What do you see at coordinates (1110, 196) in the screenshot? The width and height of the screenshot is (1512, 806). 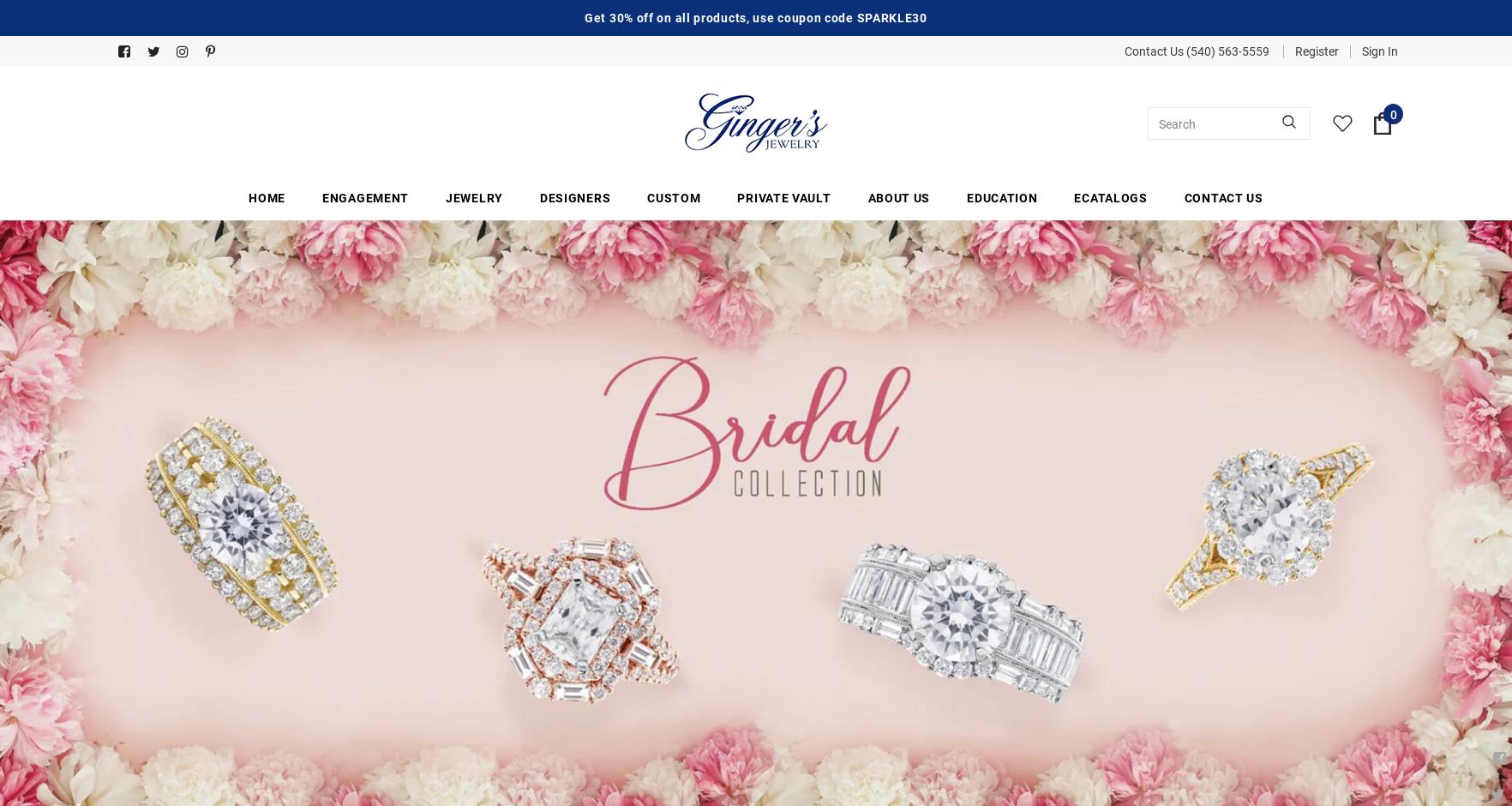 I see `'Ecatalogs'` at bounding box center [1110, 196].